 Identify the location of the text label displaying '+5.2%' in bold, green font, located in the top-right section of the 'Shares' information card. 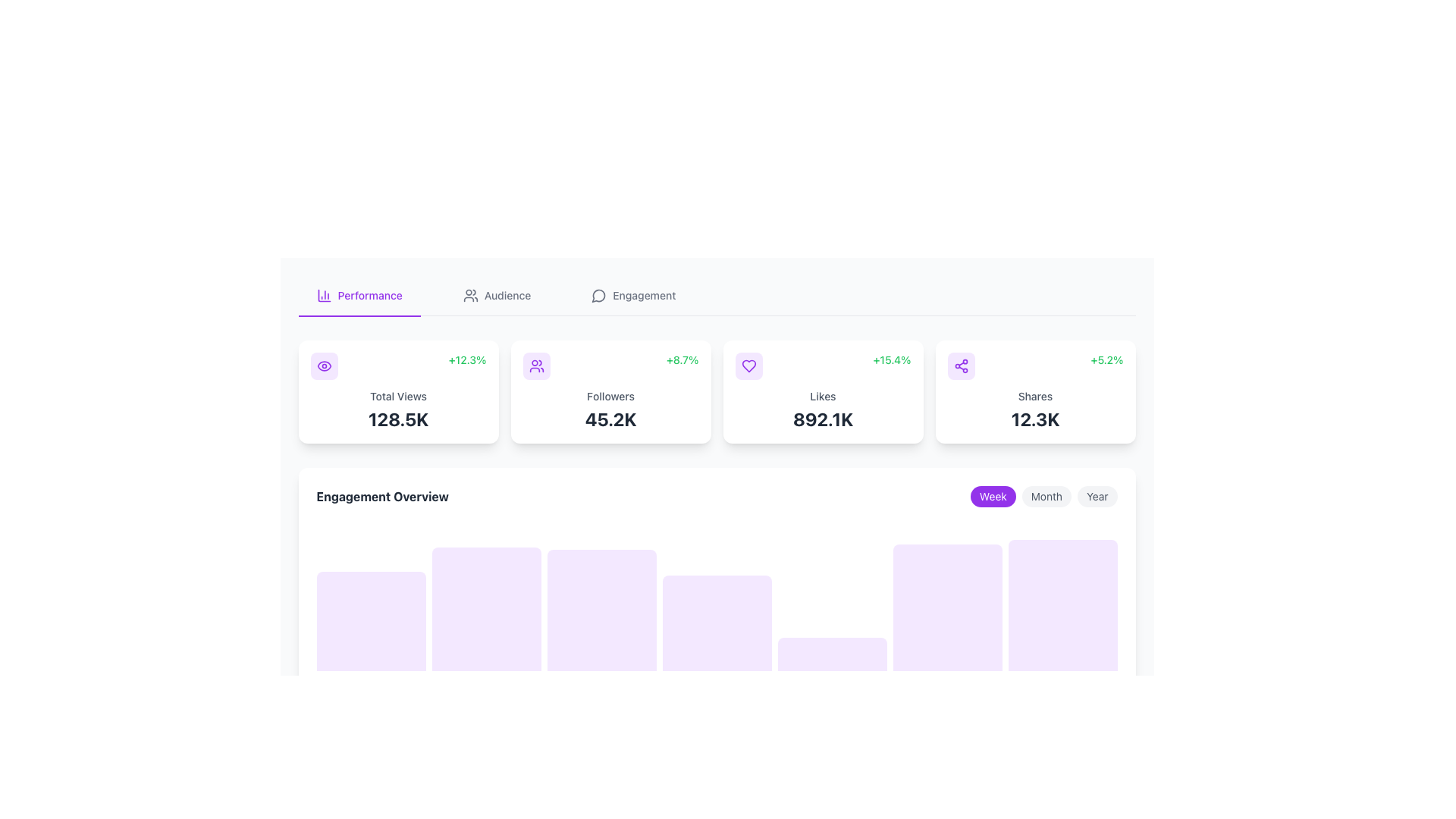
(1106, 359).